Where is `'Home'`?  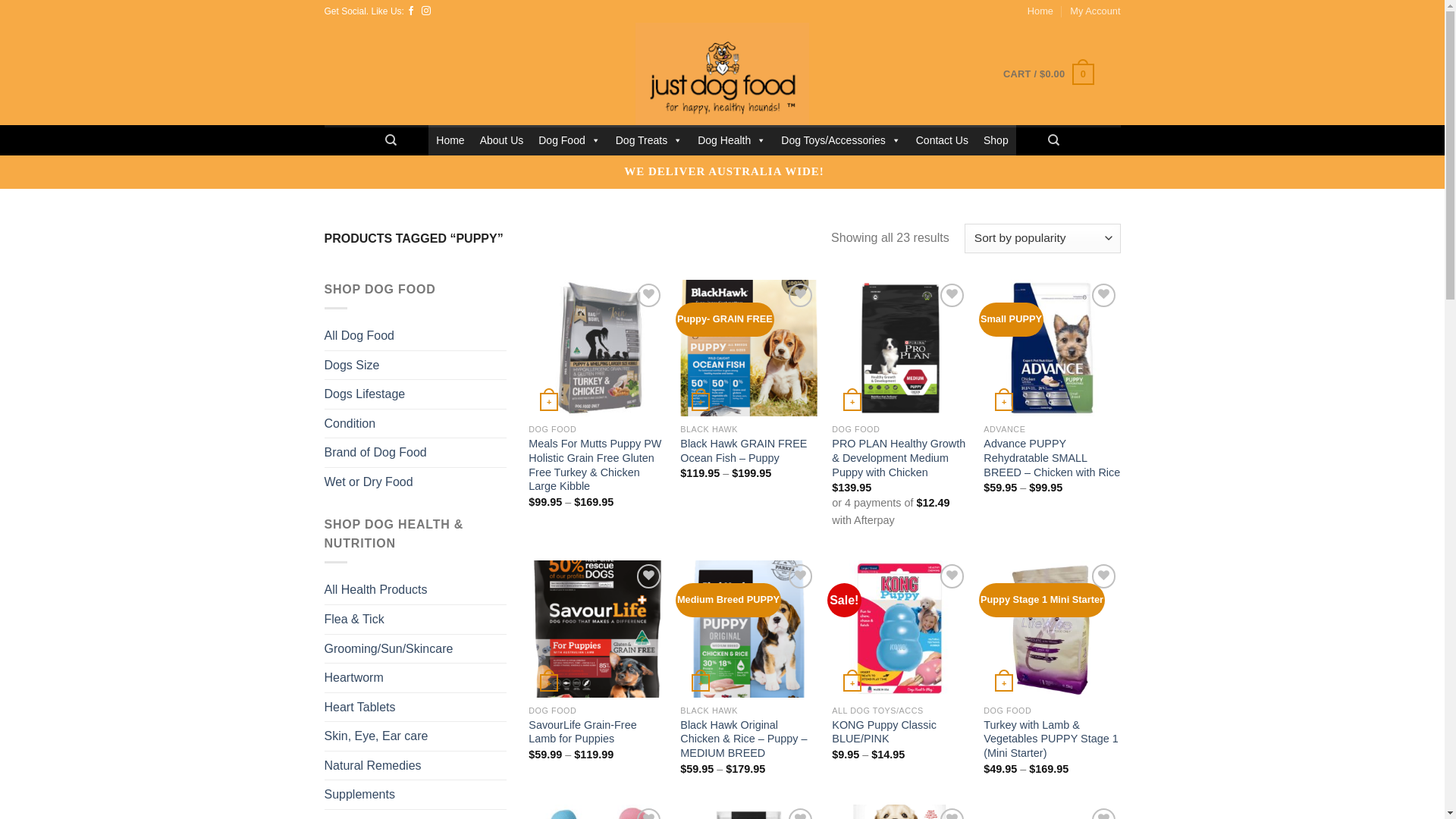 'Home' is located at coordinates (1040, 11).